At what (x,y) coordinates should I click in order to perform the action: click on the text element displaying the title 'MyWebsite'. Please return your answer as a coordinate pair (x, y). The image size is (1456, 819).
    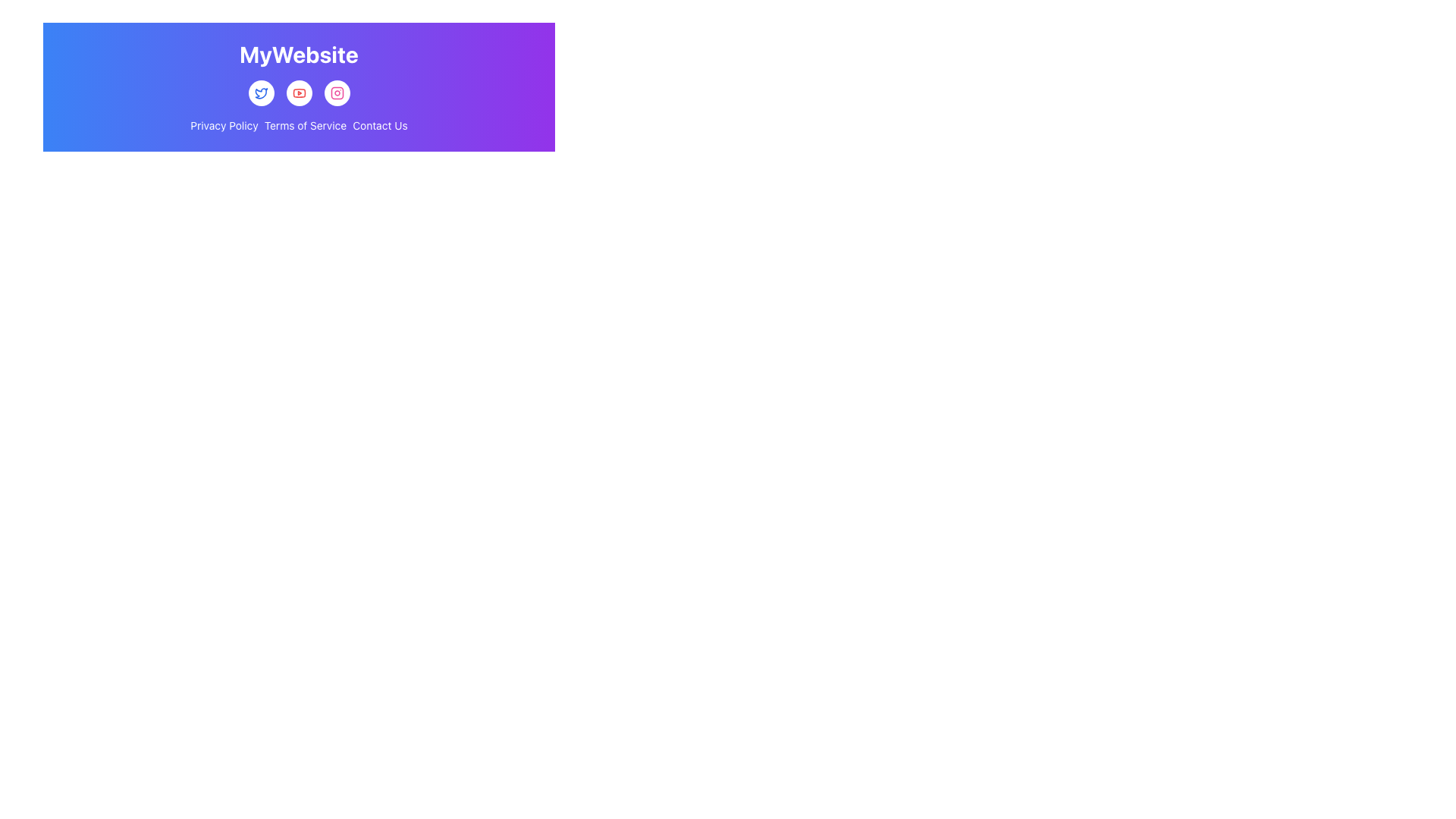
    Looking at the image, I should click on (299, 54).